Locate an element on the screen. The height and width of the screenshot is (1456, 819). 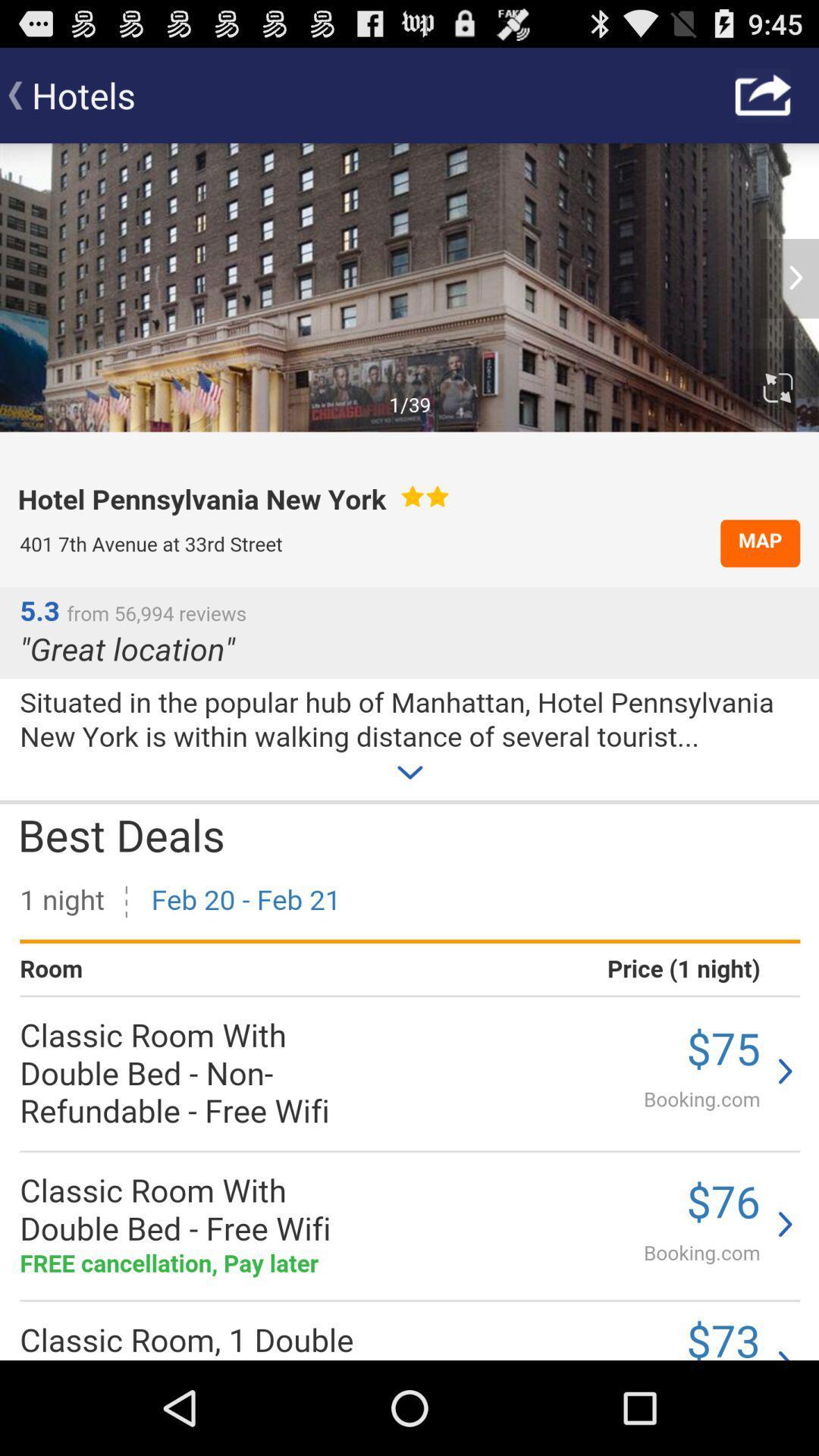
website is located at coordinates (409, 752).